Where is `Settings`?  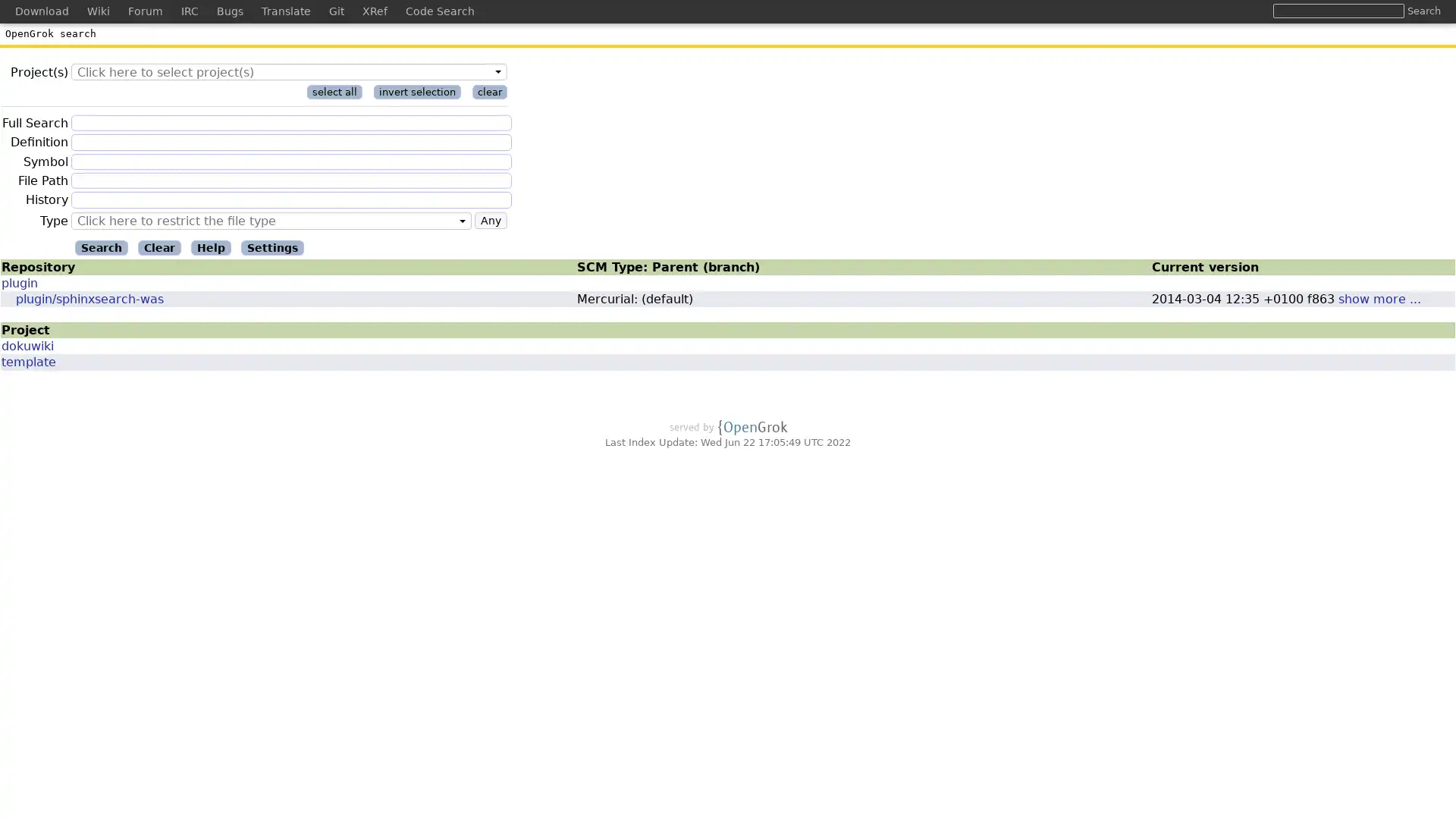
Settings is located at coordinates (272, 246).